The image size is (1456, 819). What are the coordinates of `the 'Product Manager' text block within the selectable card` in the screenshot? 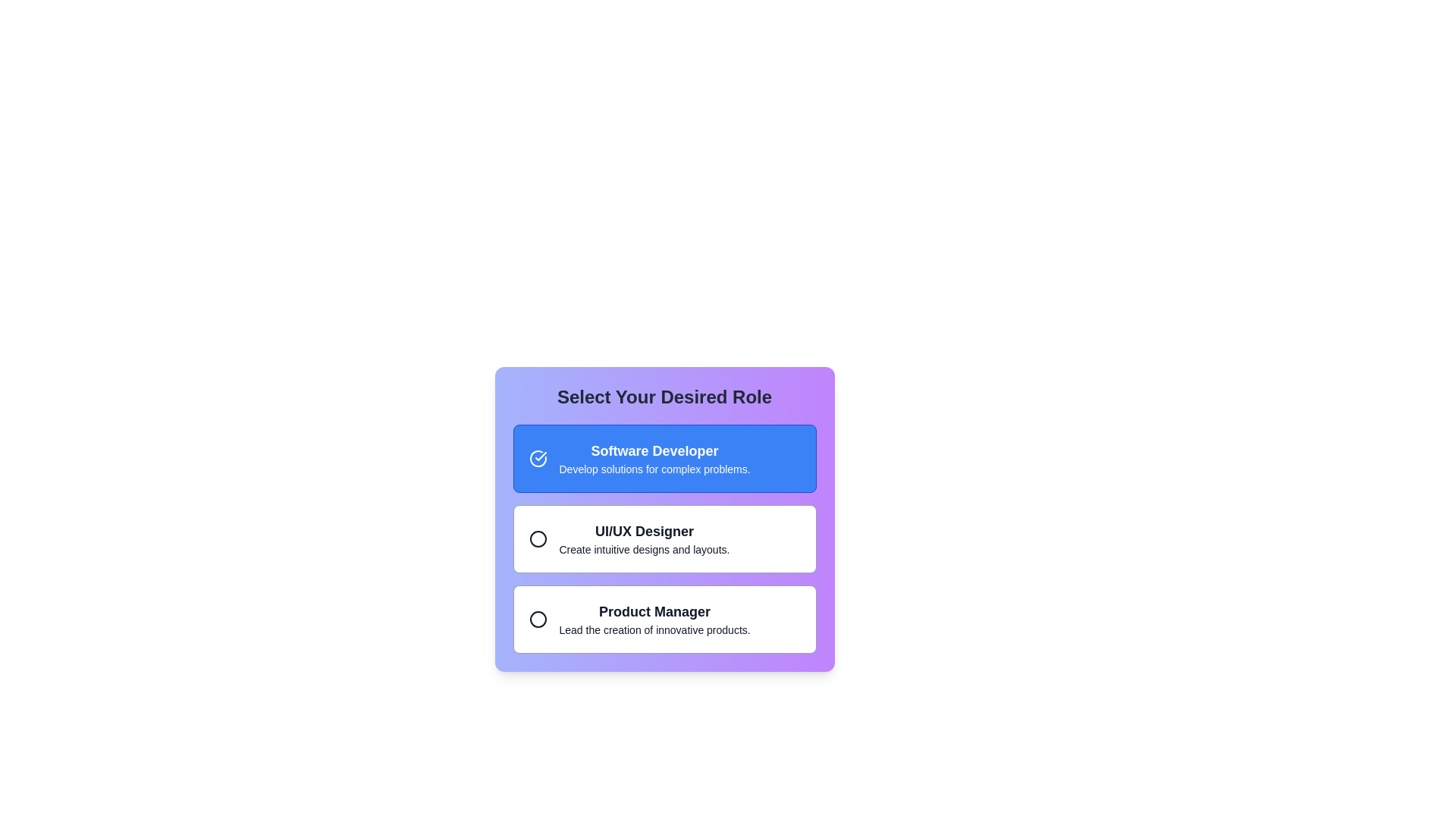 It's located at (654, 620).